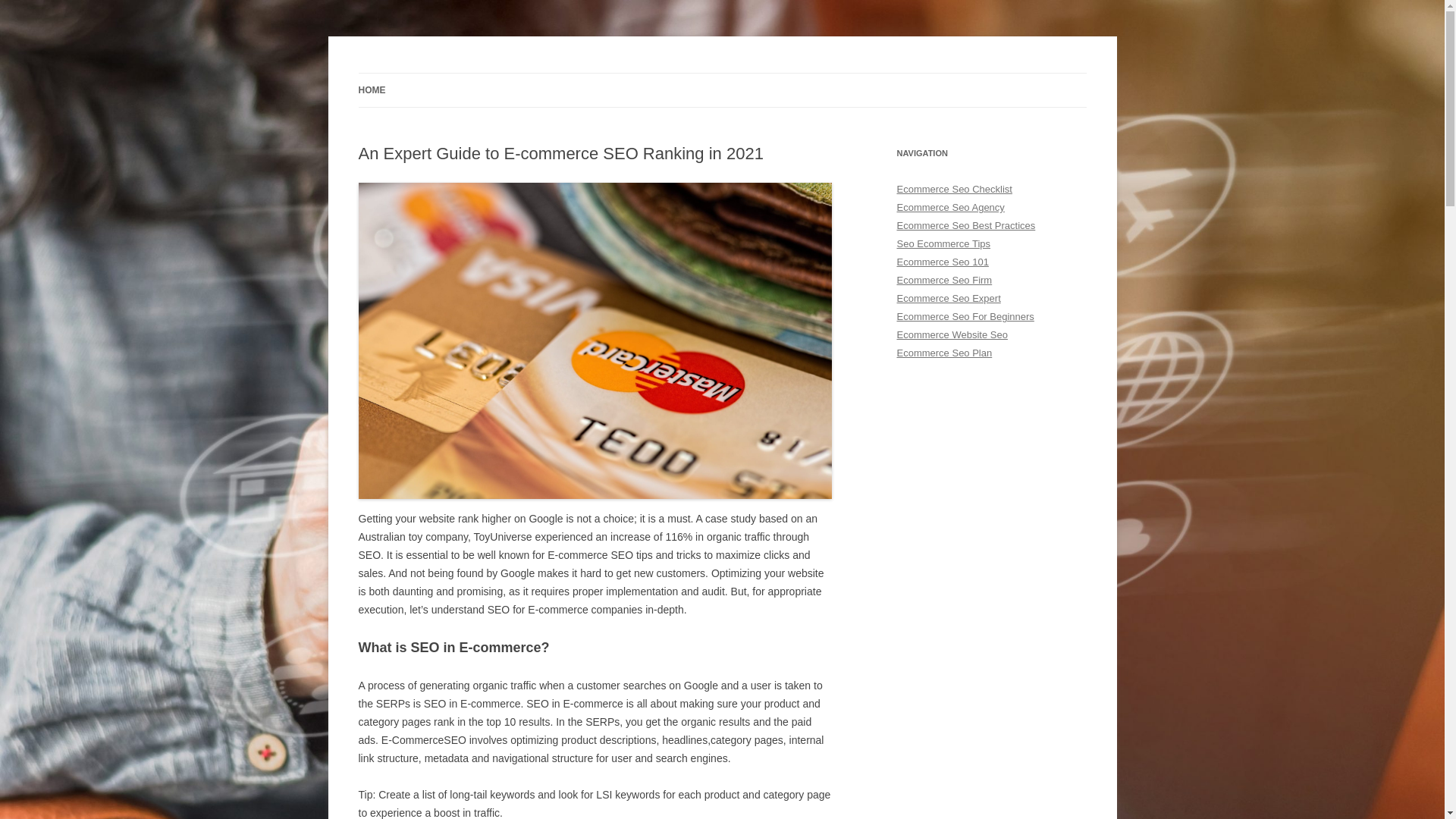 This screenshot has height=819, width=1456. Describe the element at coordinates (896, 243) in the screenshot. I see `'Seo Ecommerce Tips'` at that location.